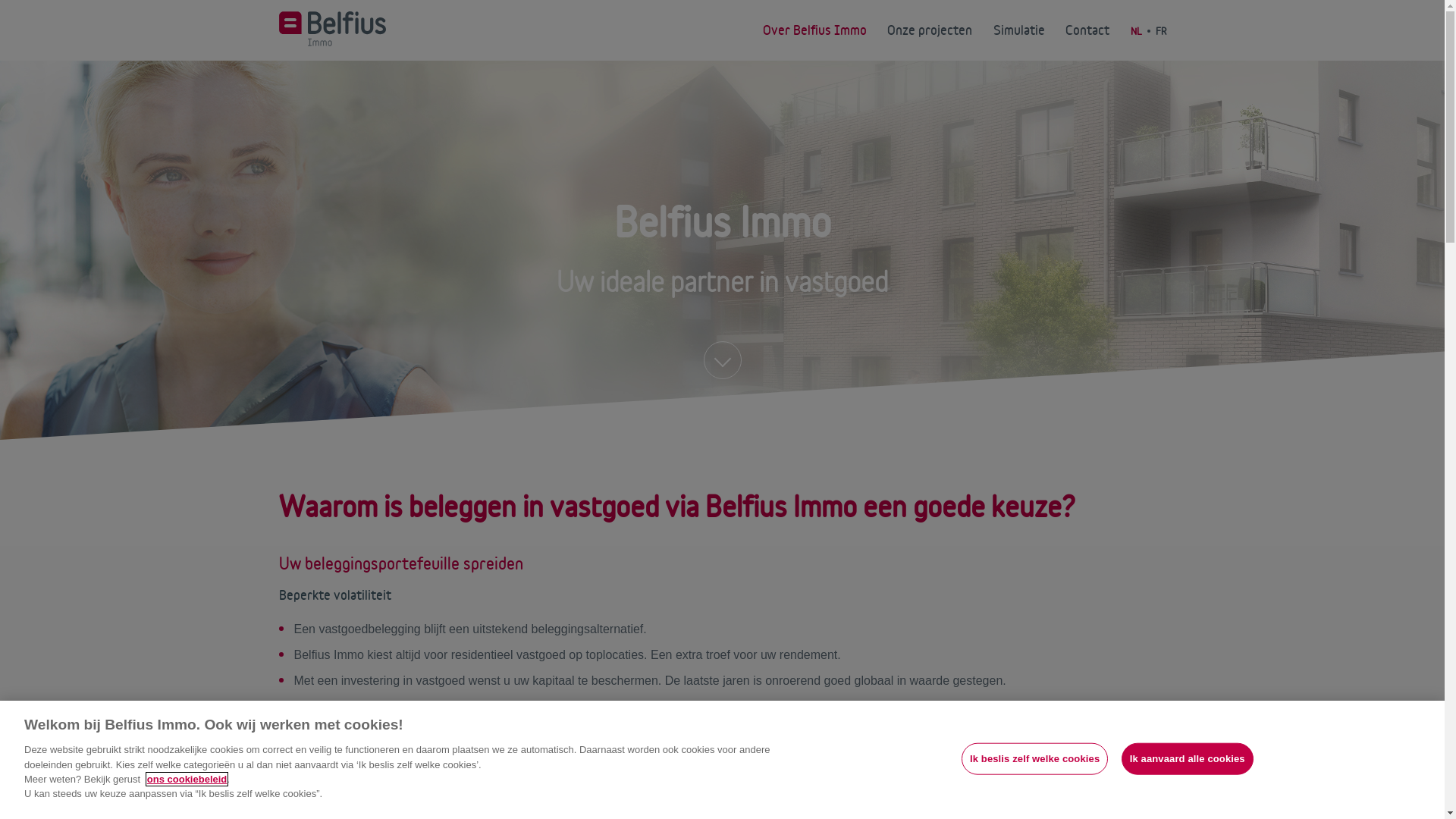 Image resolution: width=1456 pixels, height=819 pixels. What do you see at coordinates (146, 779) in the screenshot?
I see `'ons cookiebeleid'` at bounding box center [146, 779].